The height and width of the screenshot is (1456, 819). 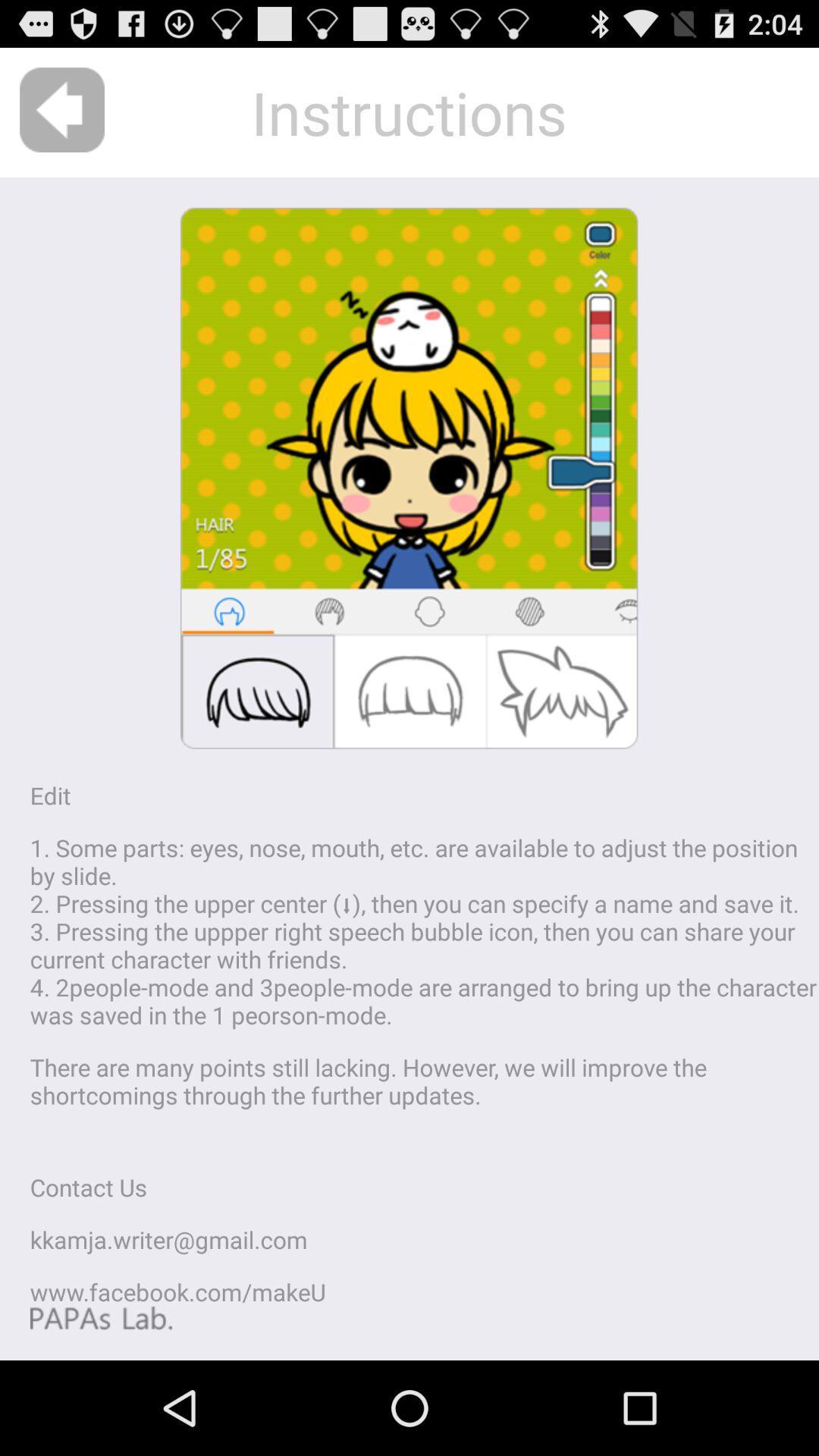 I want to click on kkamja writer gmail app, so click(x=168, y=1239).